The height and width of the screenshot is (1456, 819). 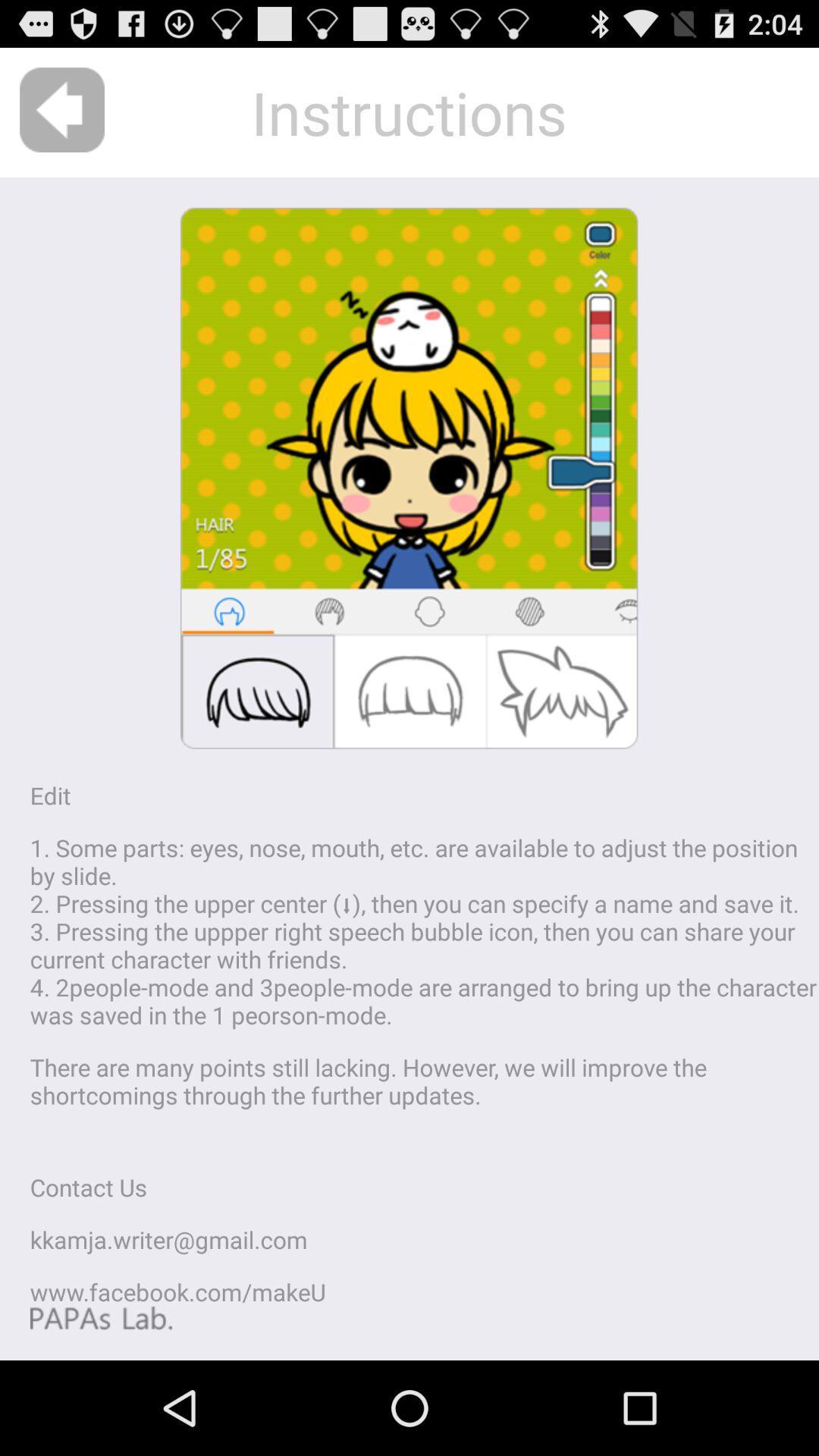 I want to click on kkamja writer gmail app, so click(x=168, y=1239).